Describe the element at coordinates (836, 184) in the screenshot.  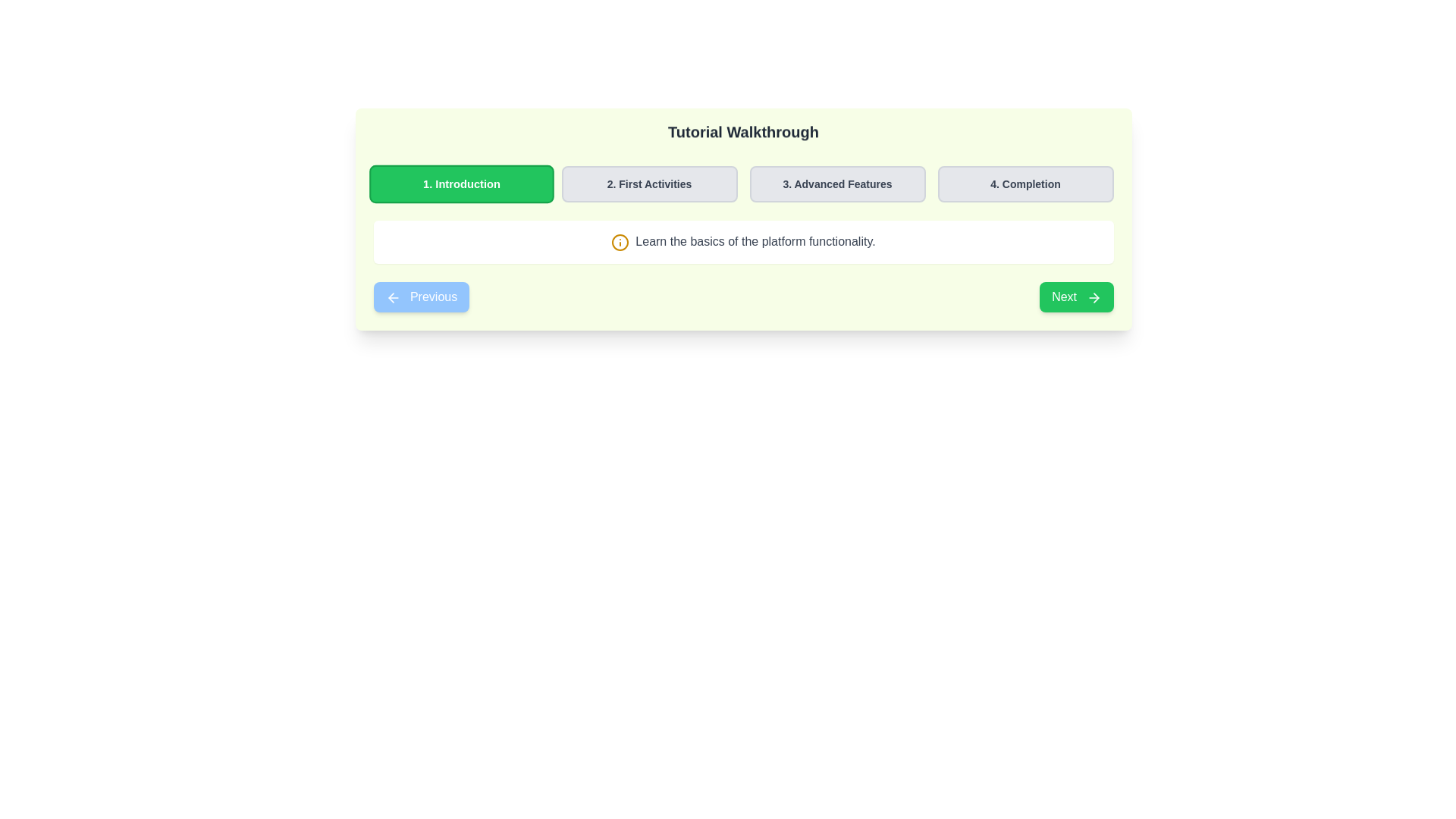
I see `the step indicator button labeled '3. Advanced Features' in the tutorial navigation bar` at that location.